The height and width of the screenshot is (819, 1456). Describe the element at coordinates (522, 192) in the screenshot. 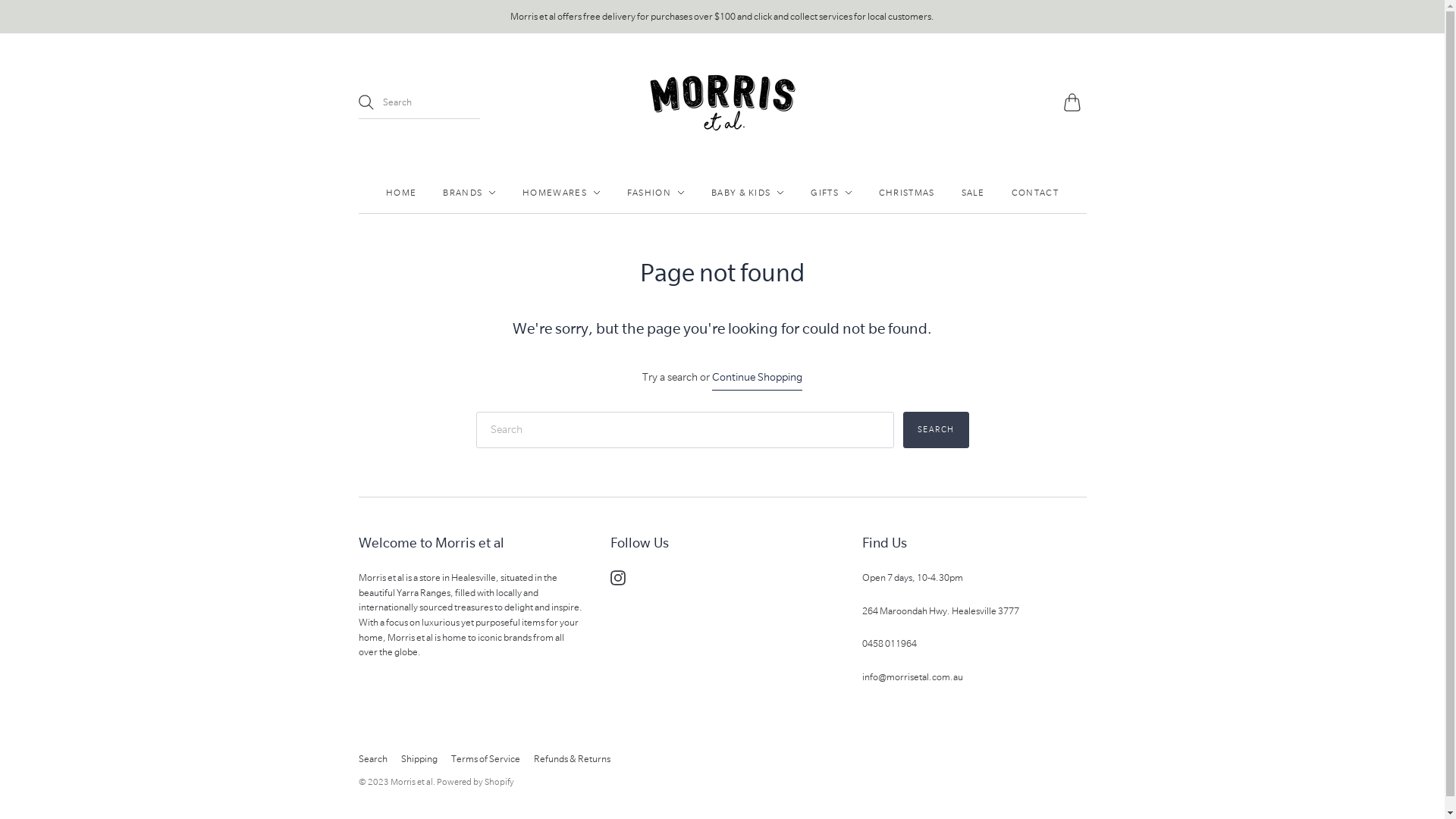

I see `'HOMEWARES'` at that location.